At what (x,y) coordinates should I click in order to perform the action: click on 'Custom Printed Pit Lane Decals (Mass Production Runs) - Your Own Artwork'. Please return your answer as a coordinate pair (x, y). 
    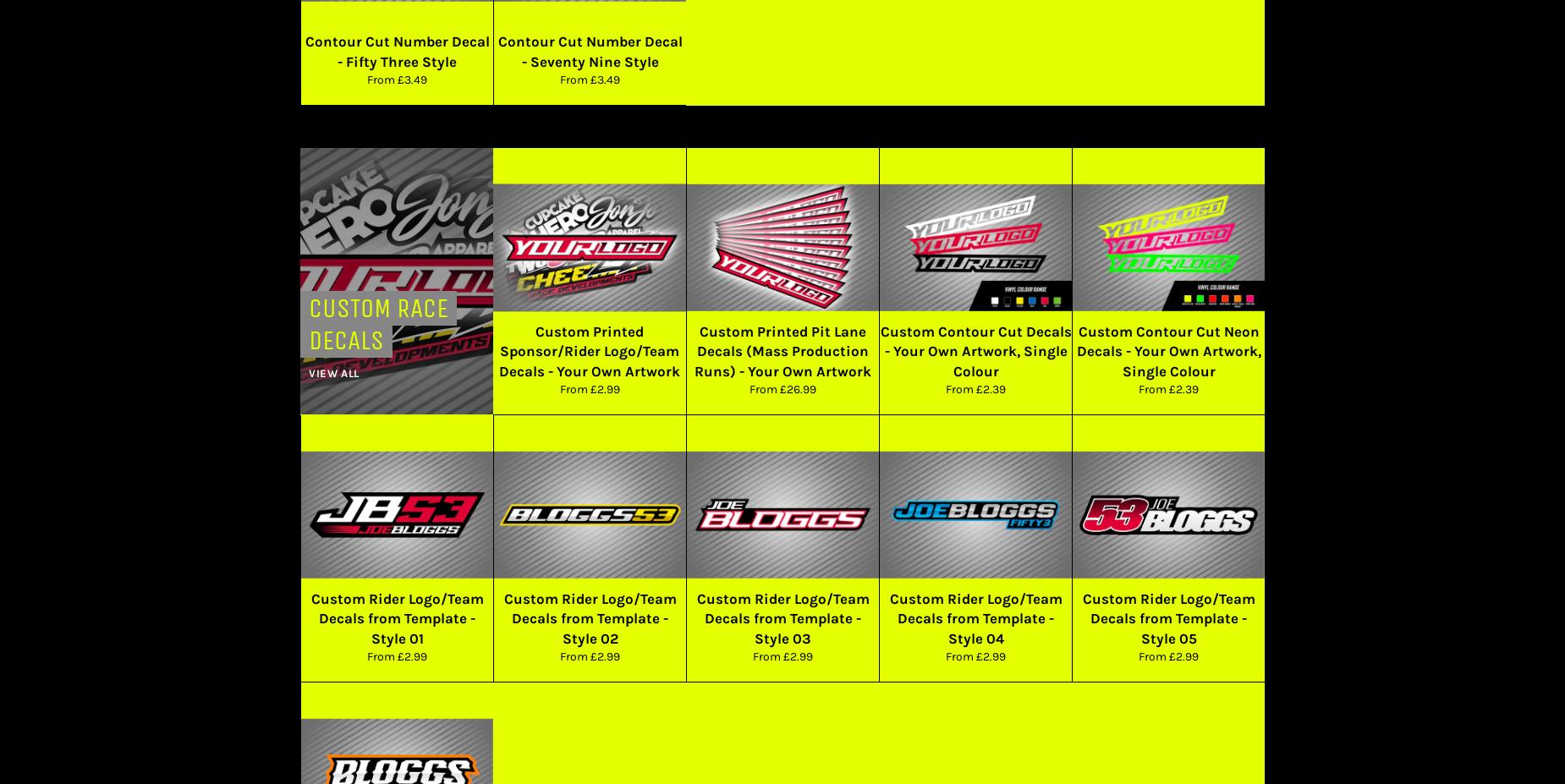
    Looking at the image, I should click on (782, 350).